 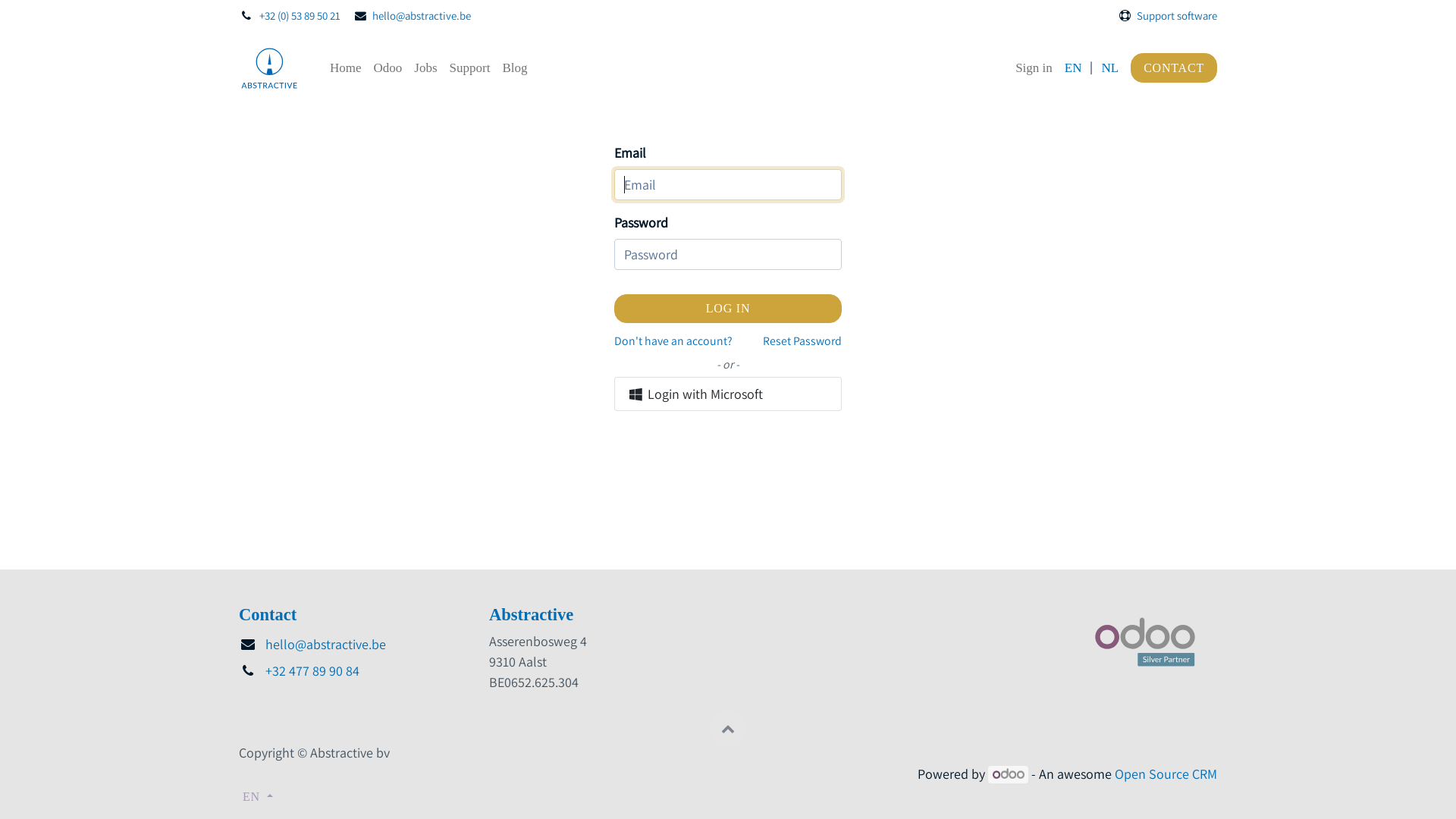 I want to click on 'EN', so click(x=258, y=795).